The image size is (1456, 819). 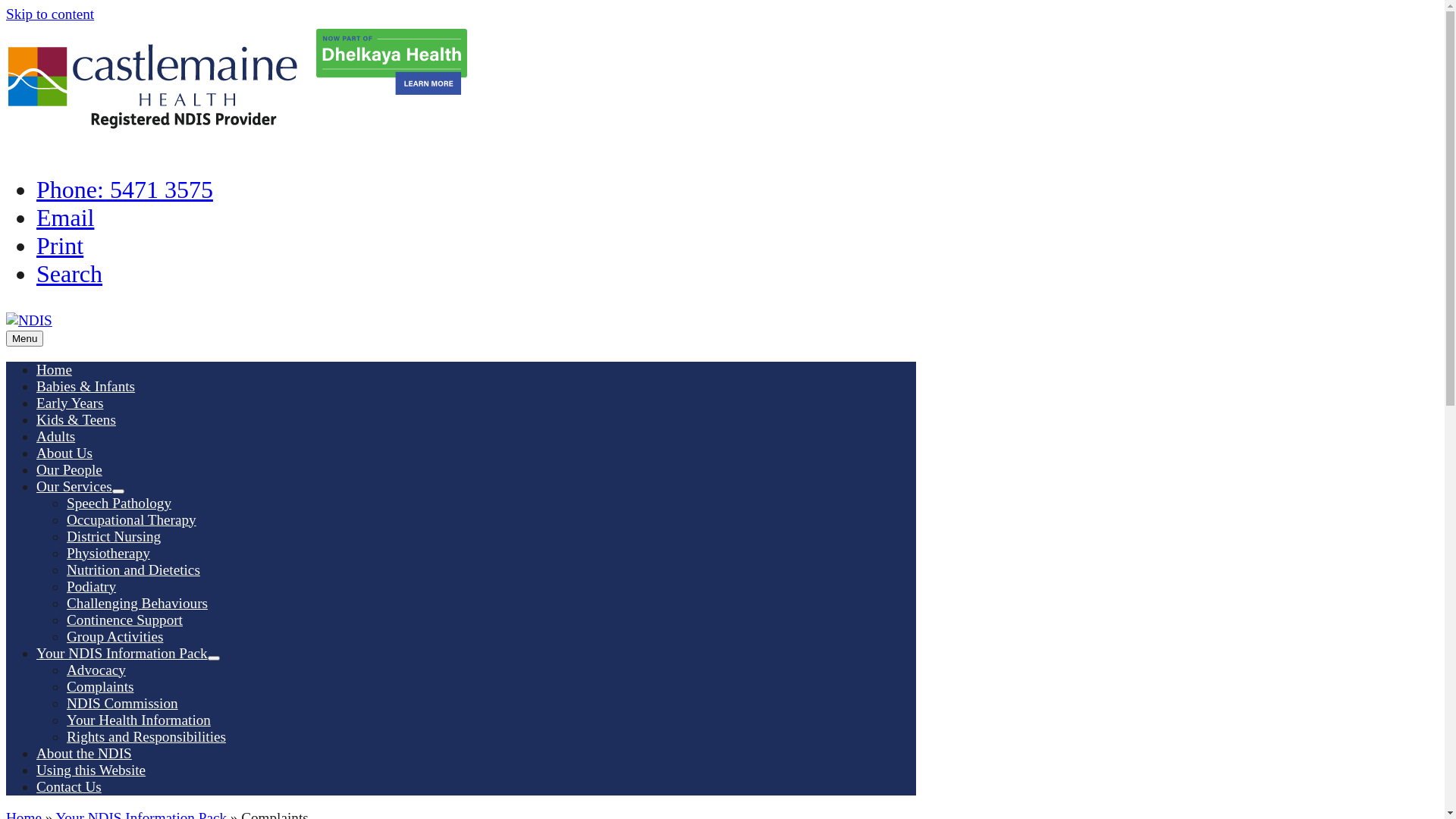 I want to click on 'Adults', so click(x=55, y=436).